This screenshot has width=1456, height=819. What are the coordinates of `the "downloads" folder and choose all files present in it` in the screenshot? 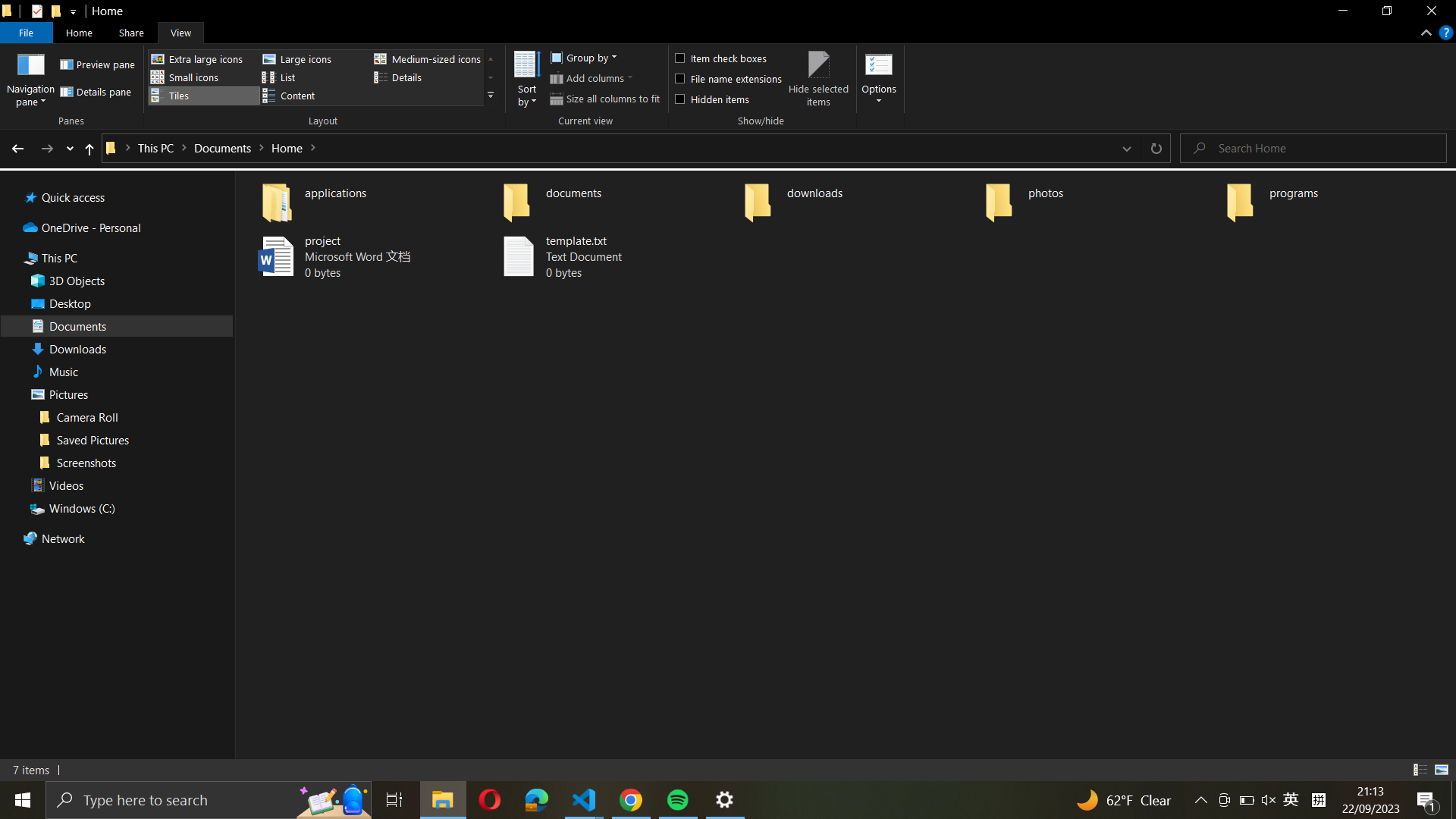 It's located at (858, 198).